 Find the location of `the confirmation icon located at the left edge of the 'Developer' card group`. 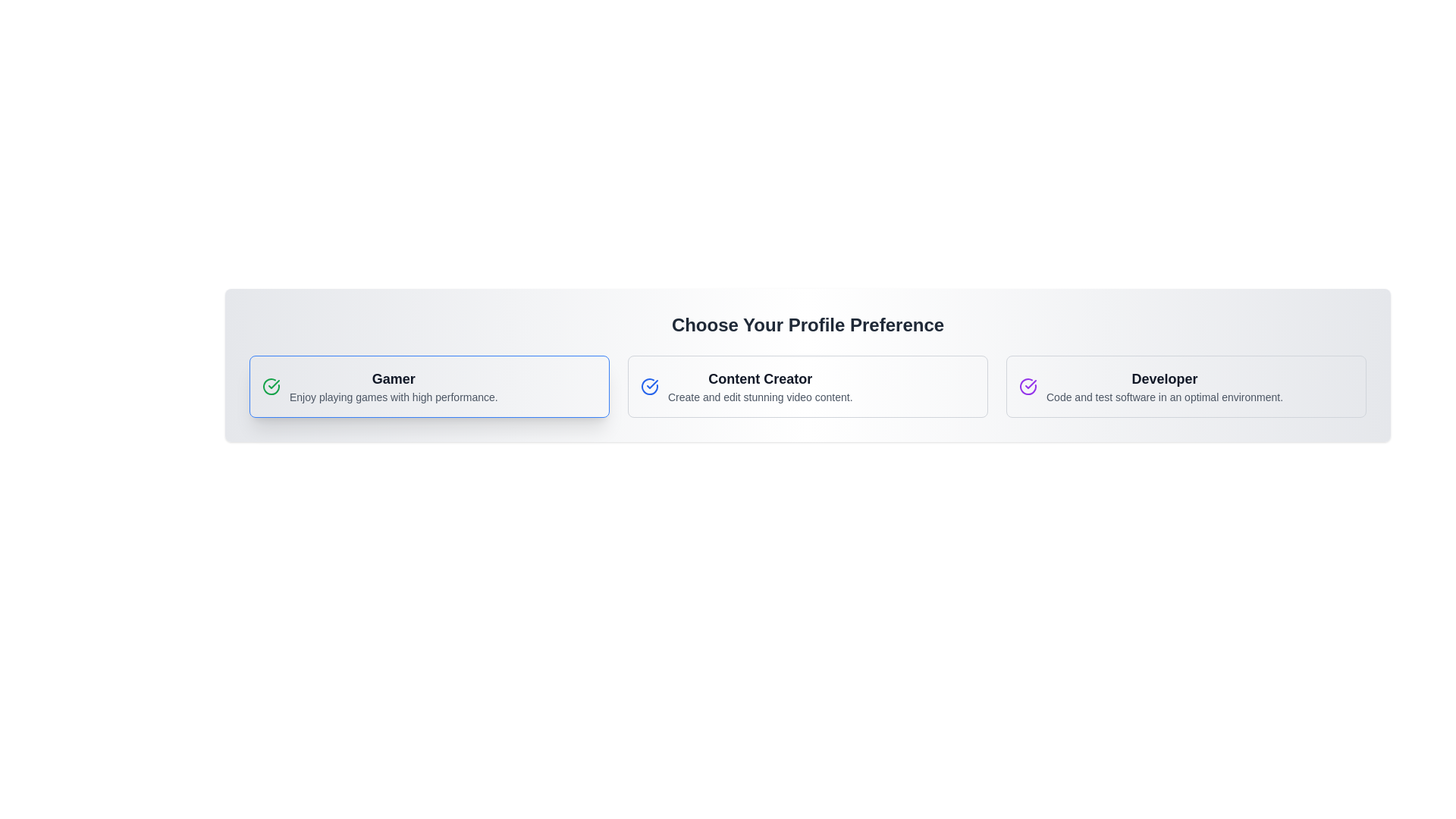

the confirmation icon located at the left edge of the 'Developer' card group is located at coordinates (1028, 385).